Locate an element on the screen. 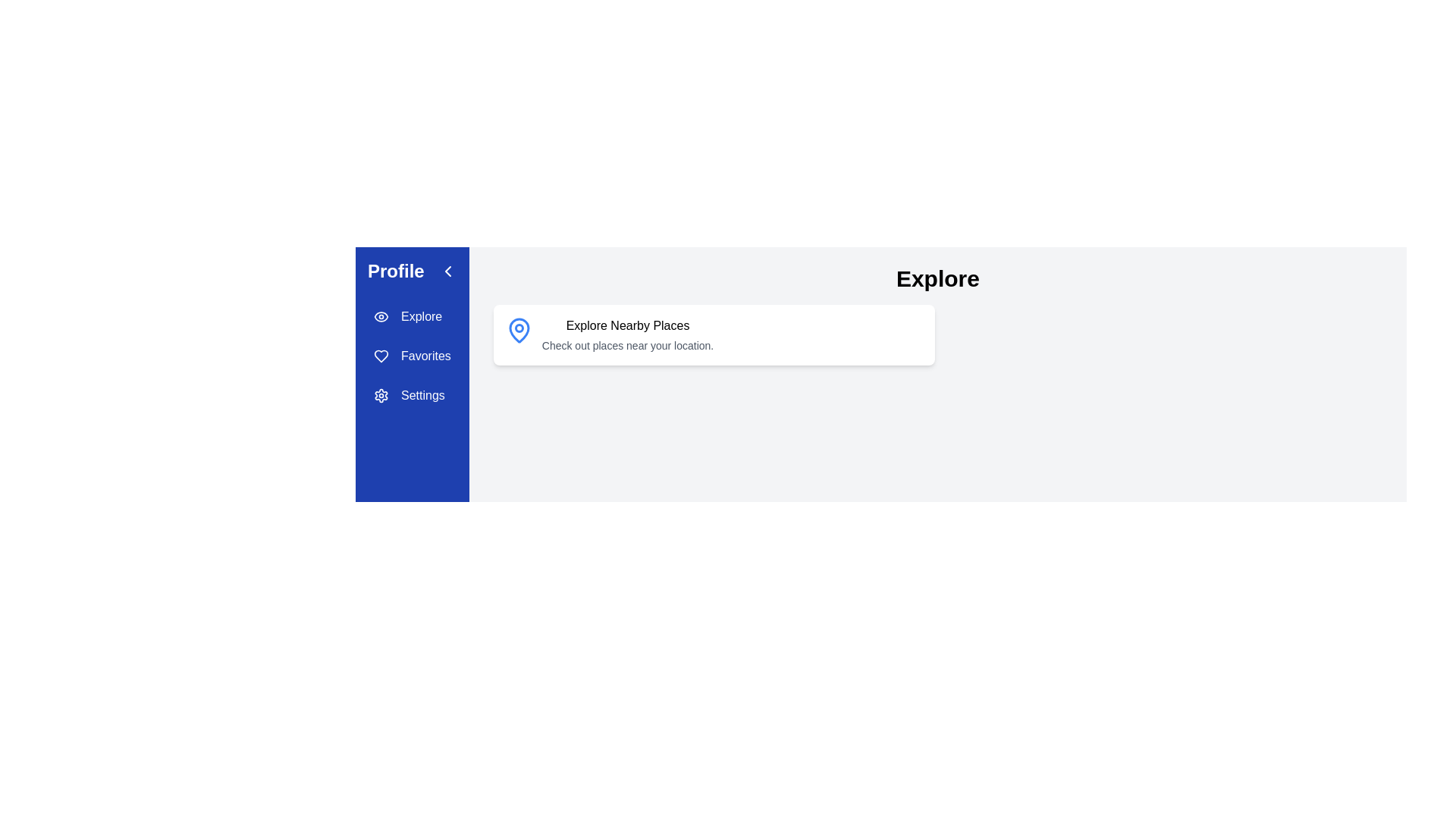 The height and width of the screenshot is (819, 1456). the 'Settings' button located at the bottom of the vertically stacked menu in the left sidebar, which is the third item following 'Explore' and 'Favorites' is located at coordinates (412, 394).